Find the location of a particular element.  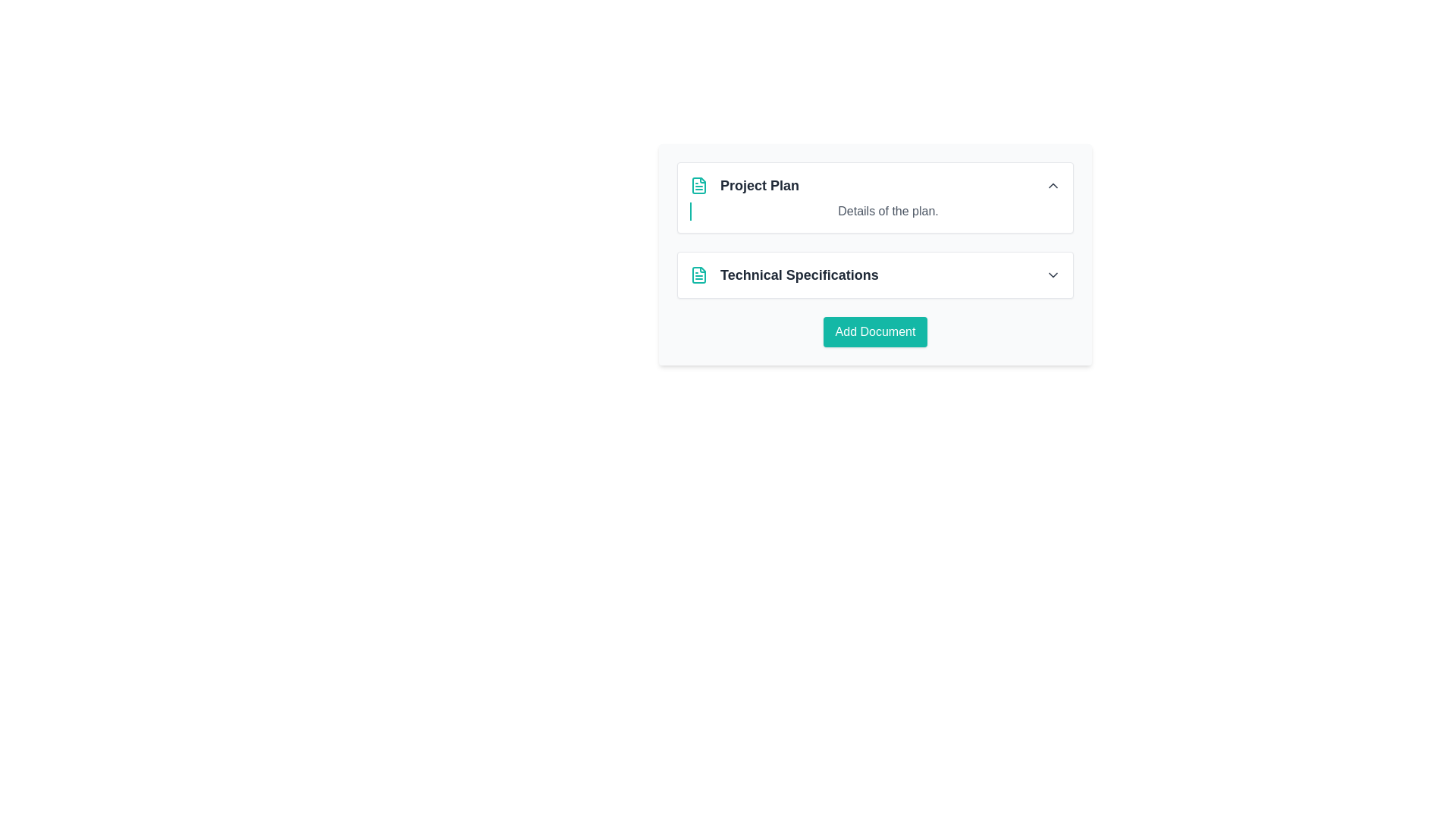

the icon resembling a document or file, which is teal in color and located to the left of the 'Technical Specifications' text is located at coordinates (698, 275).